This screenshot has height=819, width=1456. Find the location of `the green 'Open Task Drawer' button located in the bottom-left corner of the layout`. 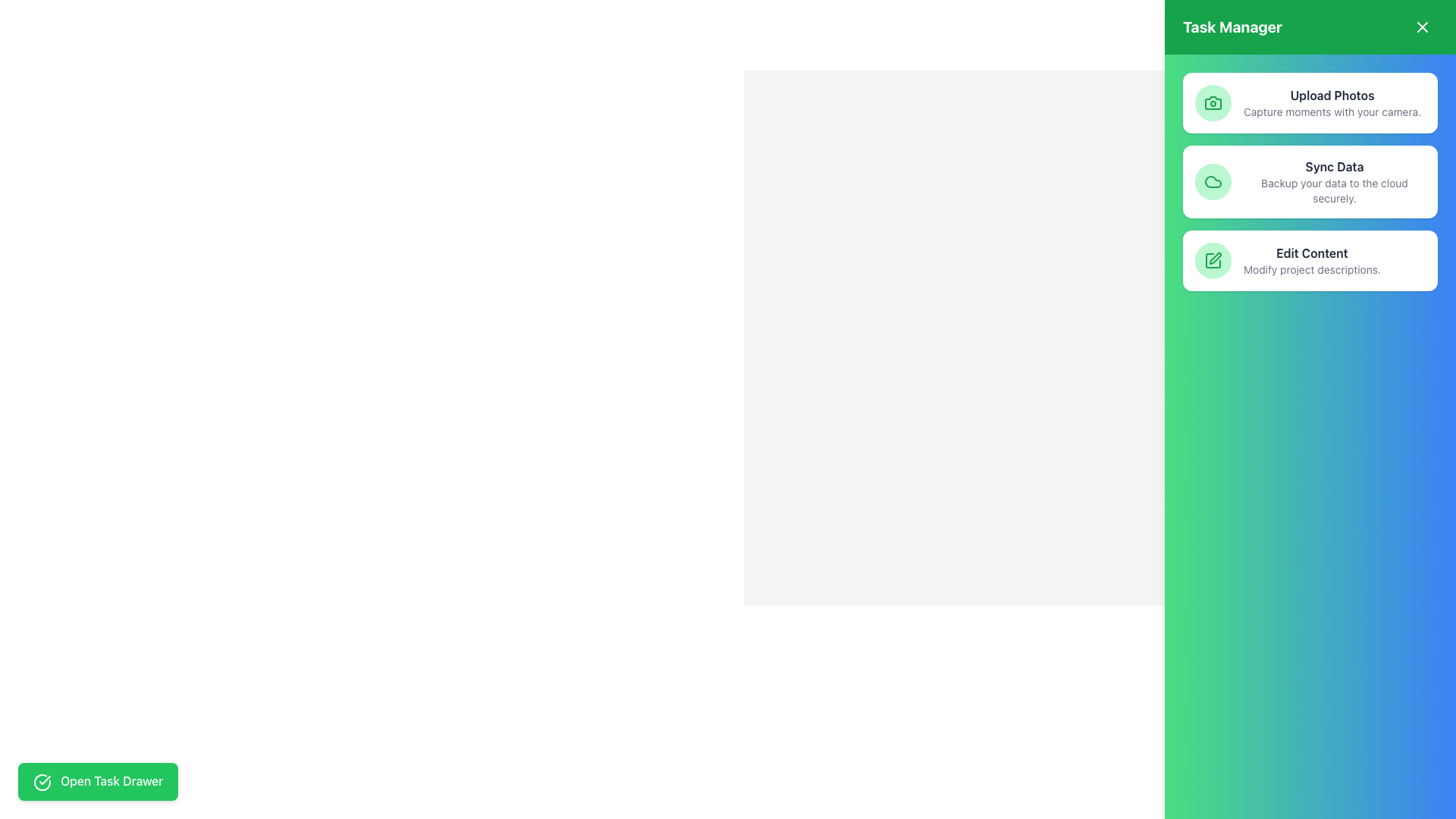

the green 'Open Task Drawer' button located in the bottom-left corner of the layout is located at coordinates (97, 782).